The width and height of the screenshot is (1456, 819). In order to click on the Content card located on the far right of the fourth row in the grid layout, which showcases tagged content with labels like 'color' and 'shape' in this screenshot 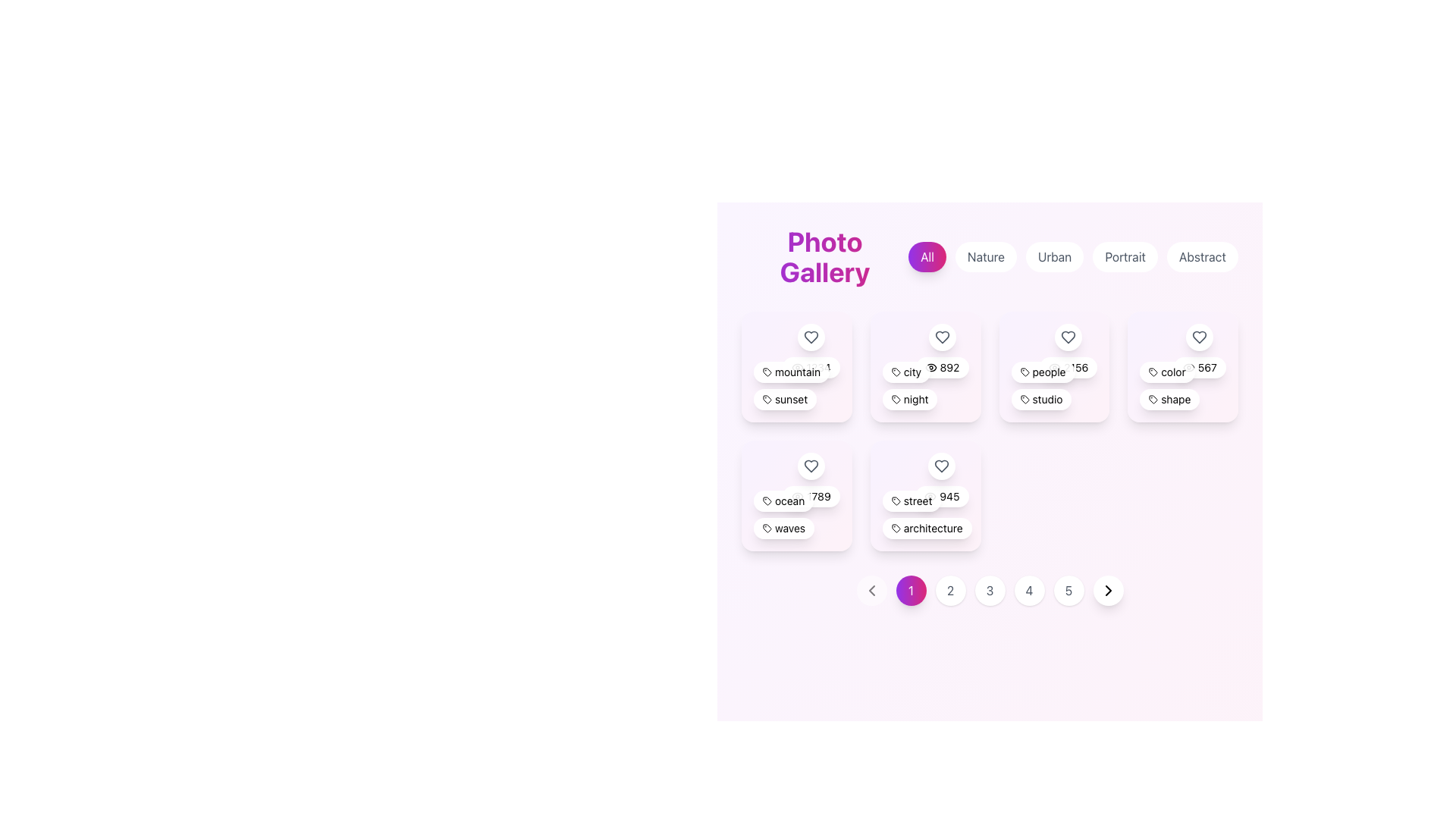, I will do `click(1182, 366)`.